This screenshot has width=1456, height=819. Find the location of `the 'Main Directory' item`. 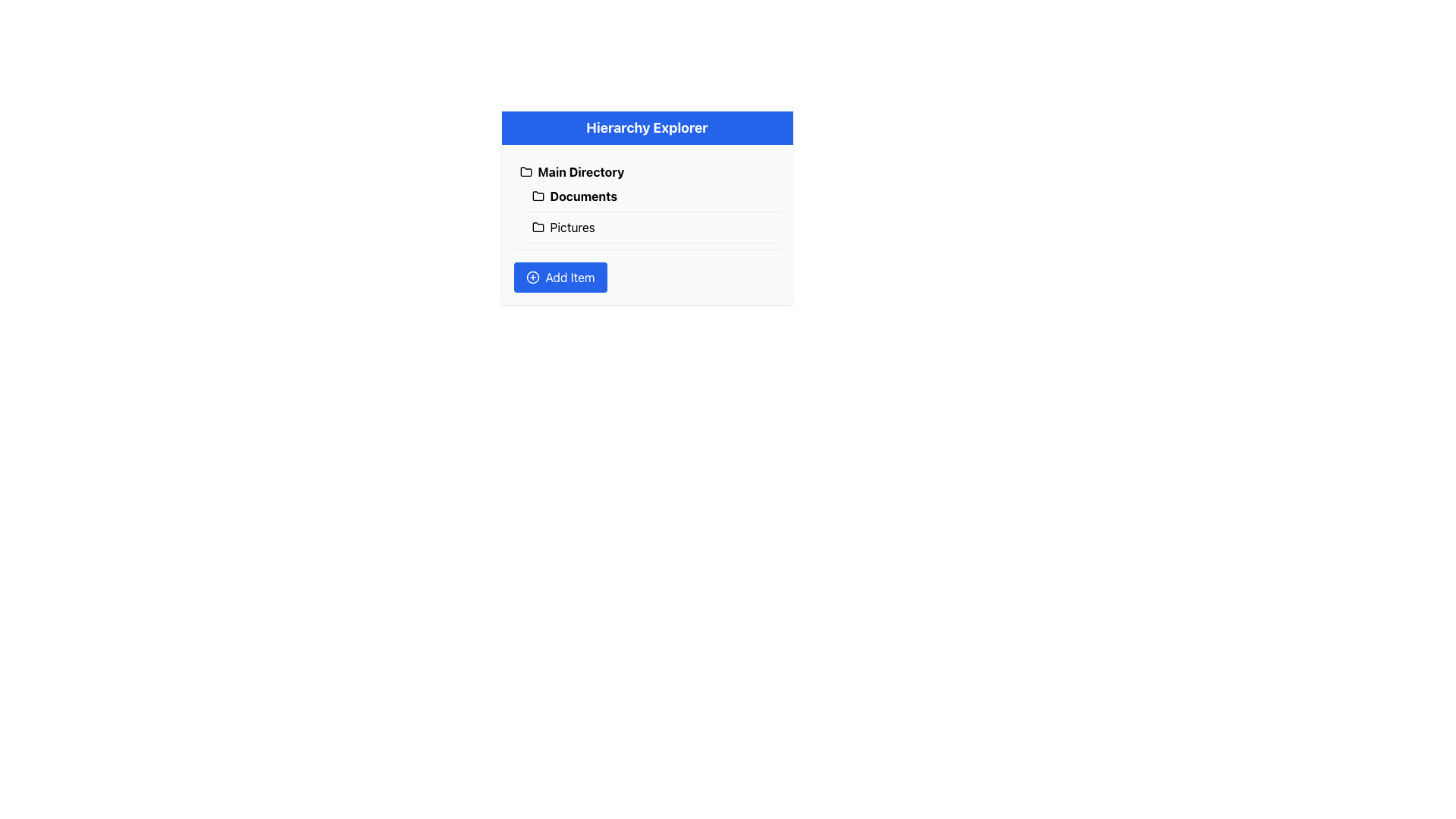

the 'Main Directory' item is located at coordinates (647, 171).